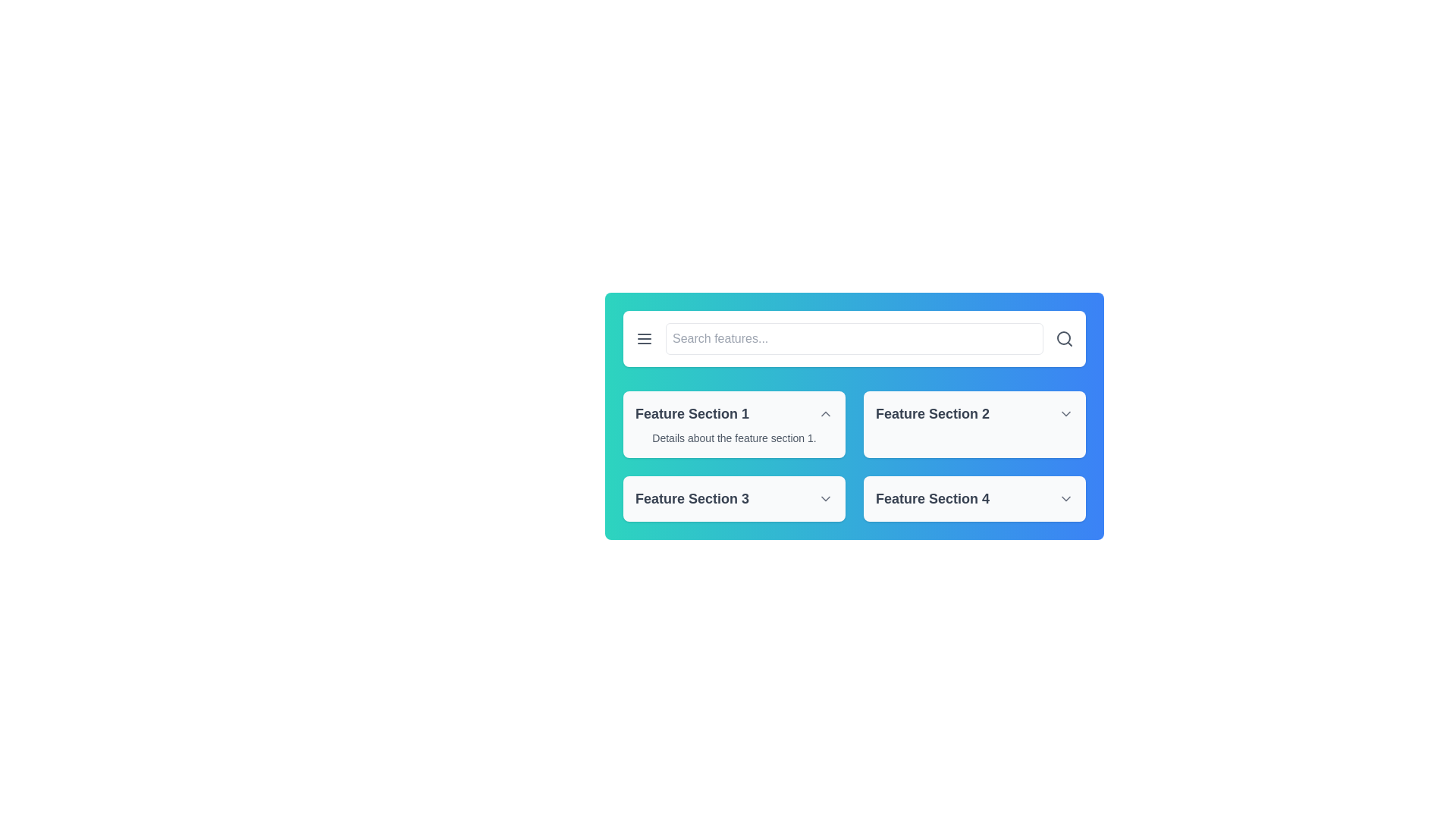  What do you see at coordinates (974, 499) in the screenshot?
I see `the Collapsible Section Header for 'Feature Section 4'` at bounding box center [974, 499].